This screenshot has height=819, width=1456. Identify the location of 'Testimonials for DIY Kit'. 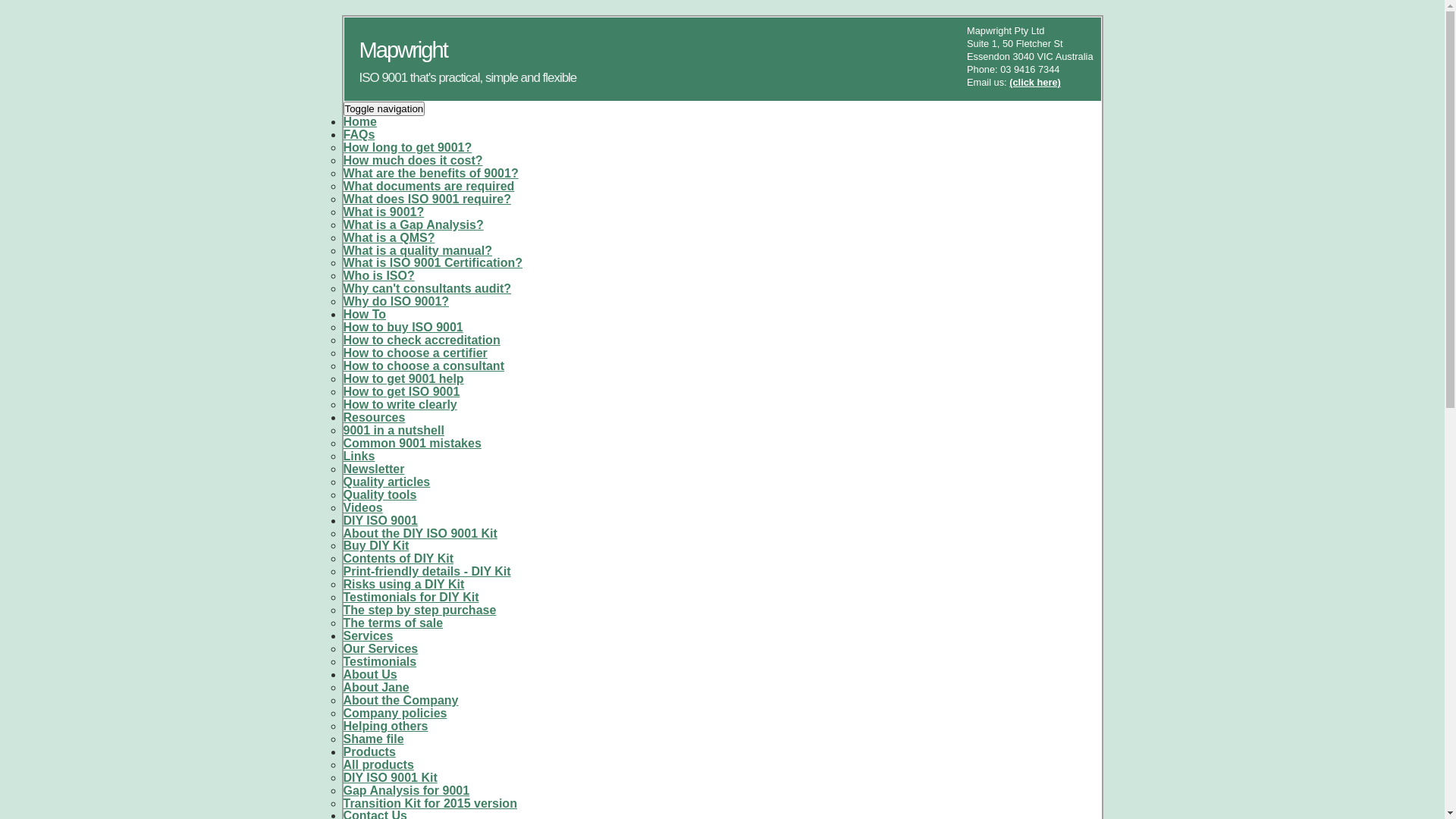
(410, 596).